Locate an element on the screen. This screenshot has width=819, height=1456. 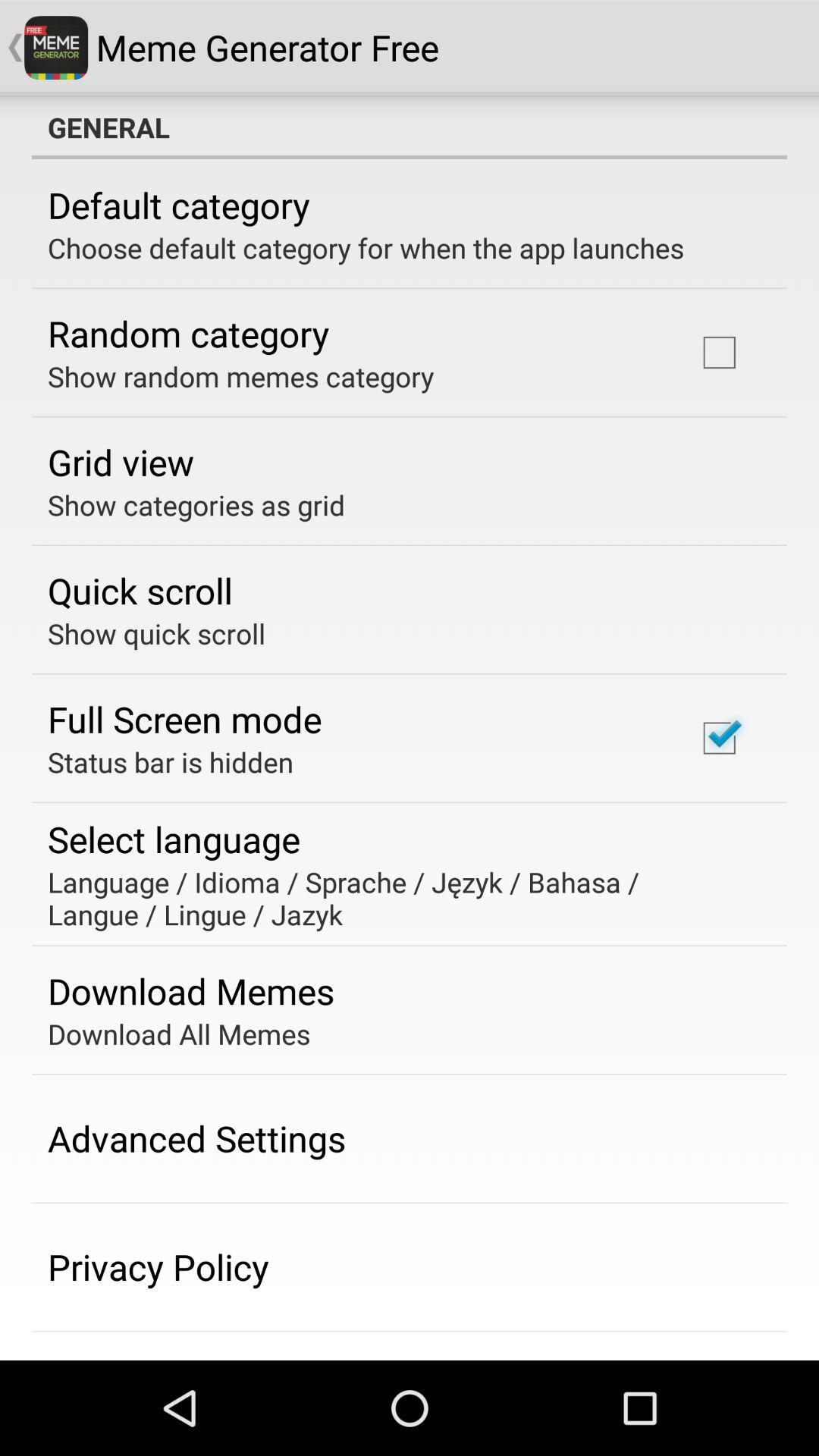
status bar is app is located at coordinates (170, 761).